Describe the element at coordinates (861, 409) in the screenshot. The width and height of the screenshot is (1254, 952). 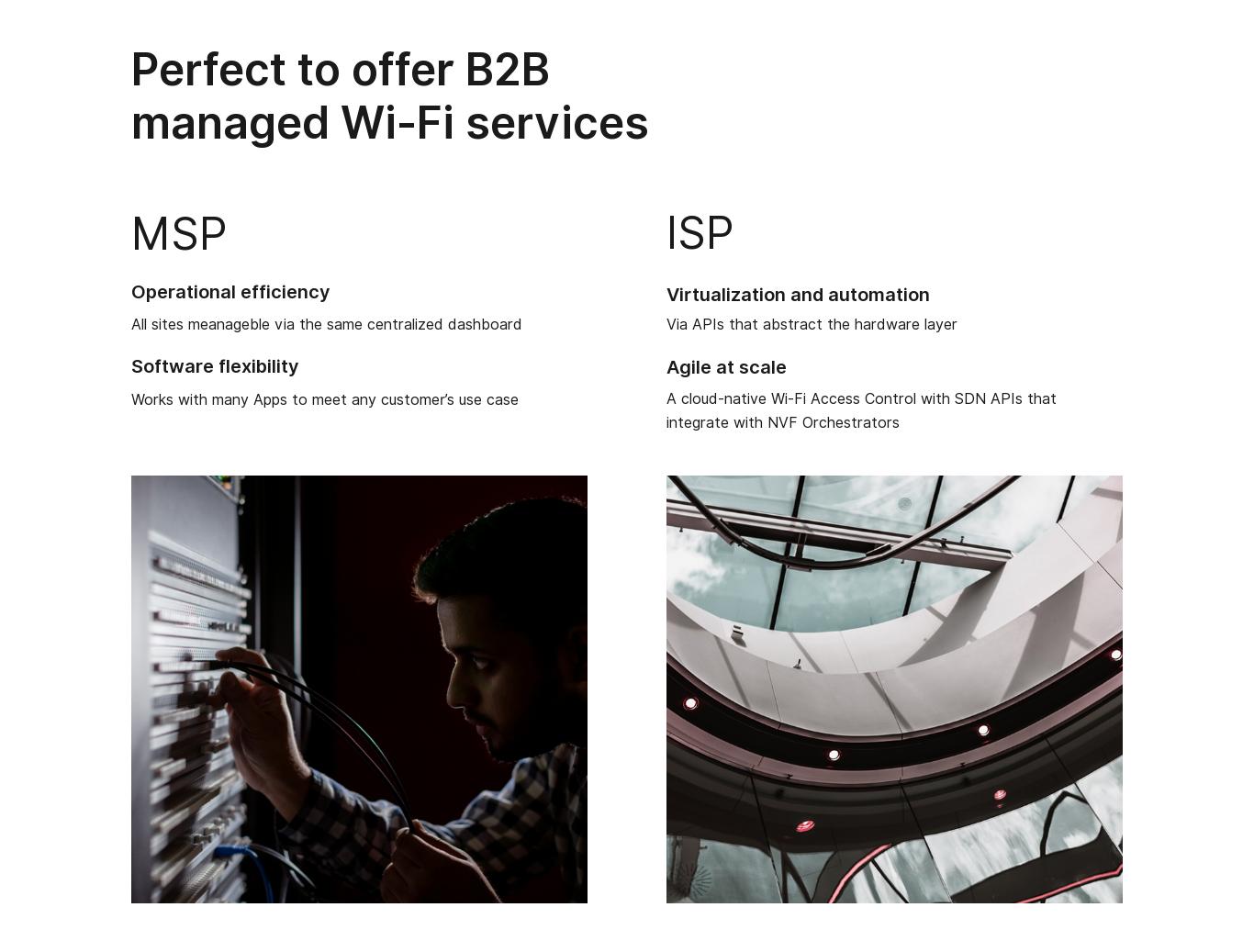
I see `'A cloud-native Wi-Fi Access Control with SDN APIs that integrate with NVF Orchestrators'` at that location.